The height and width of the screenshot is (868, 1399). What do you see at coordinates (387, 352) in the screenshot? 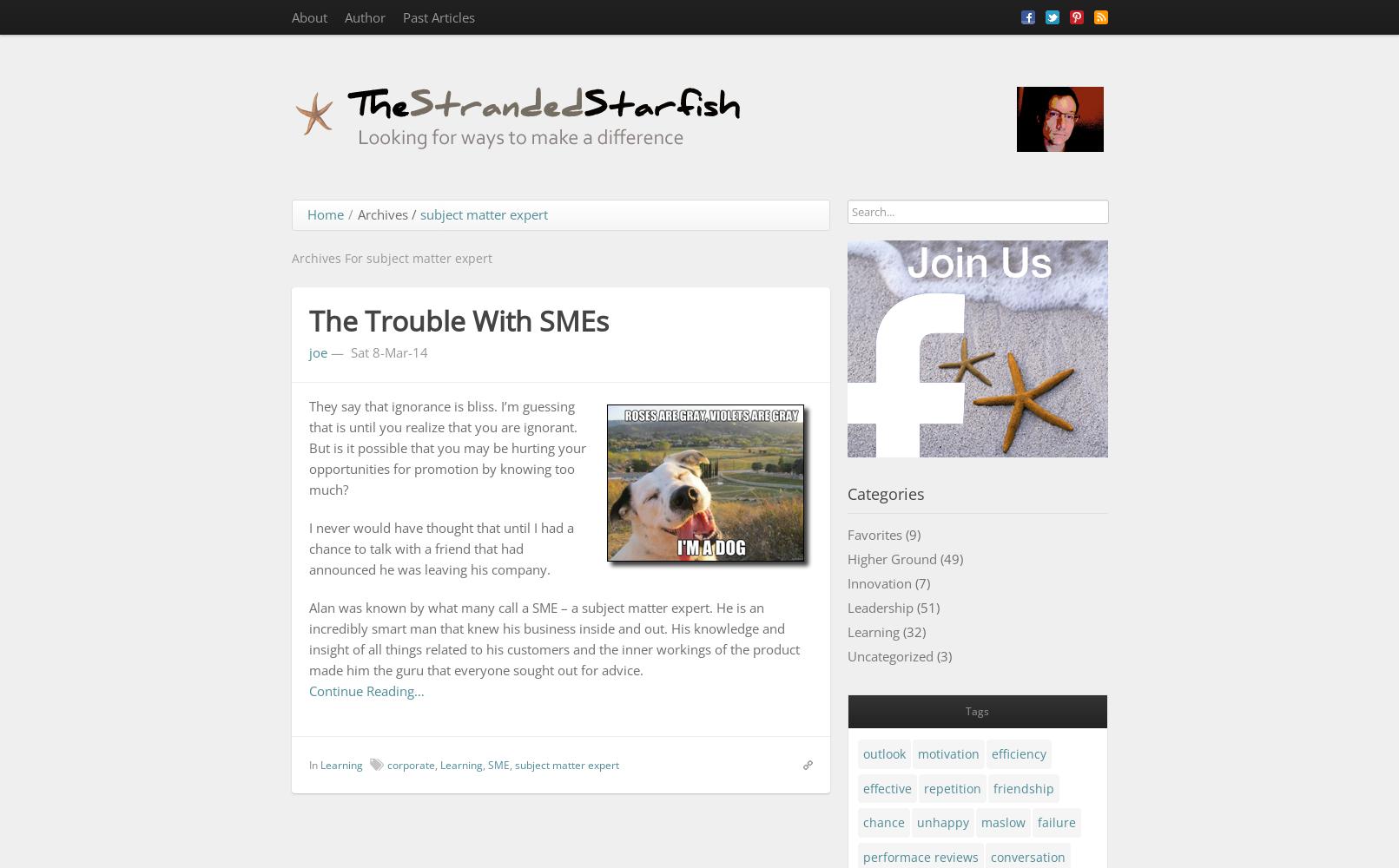
I see `'Sat 8-Mar-14'` at bounding box center [387, 352].